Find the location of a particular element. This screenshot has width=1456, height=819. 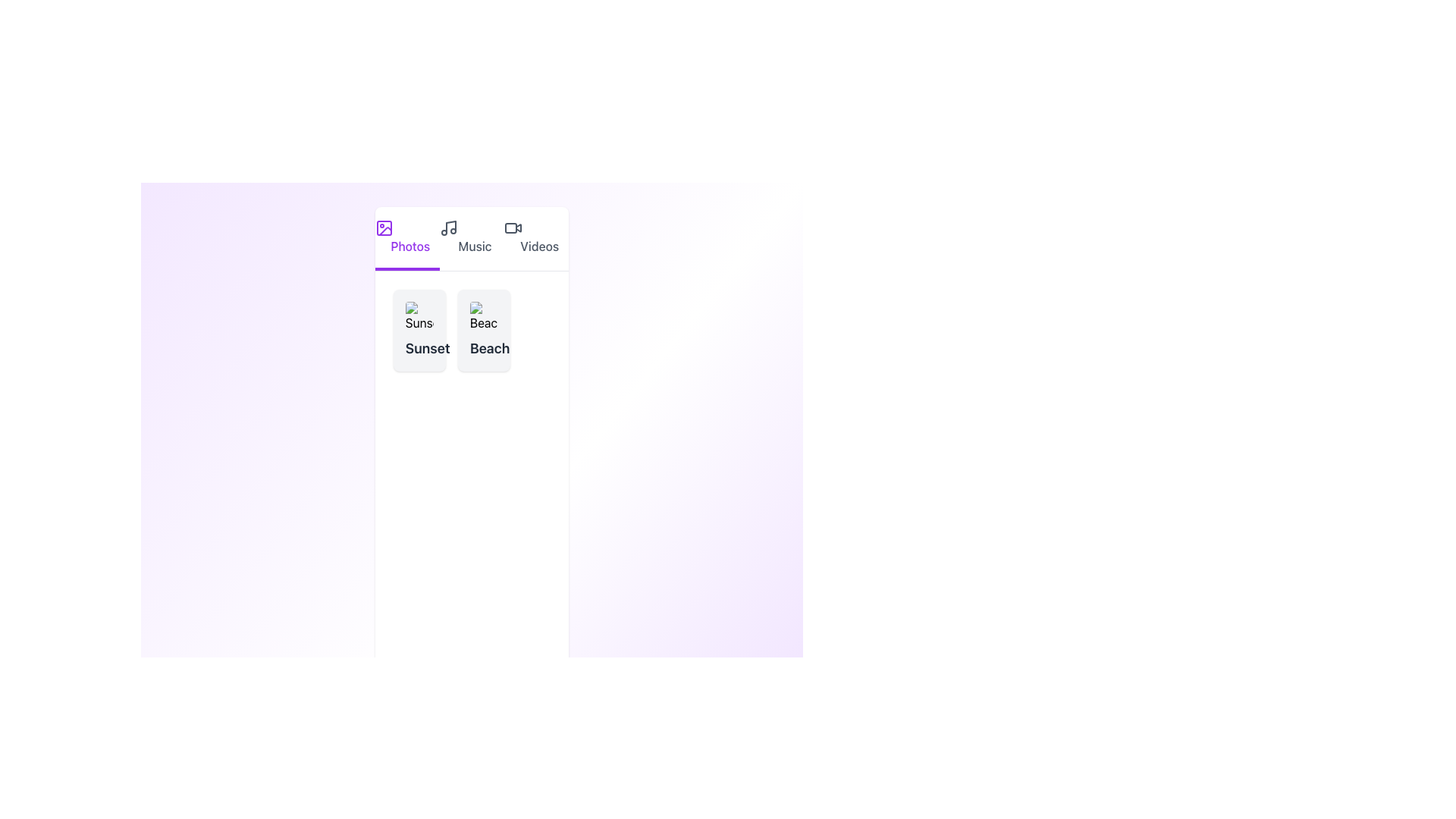

the video camera icon located at the leftmost position of the 'Videos' tab in the top navigation bar for visual identification is located at coordinates (513, 227).